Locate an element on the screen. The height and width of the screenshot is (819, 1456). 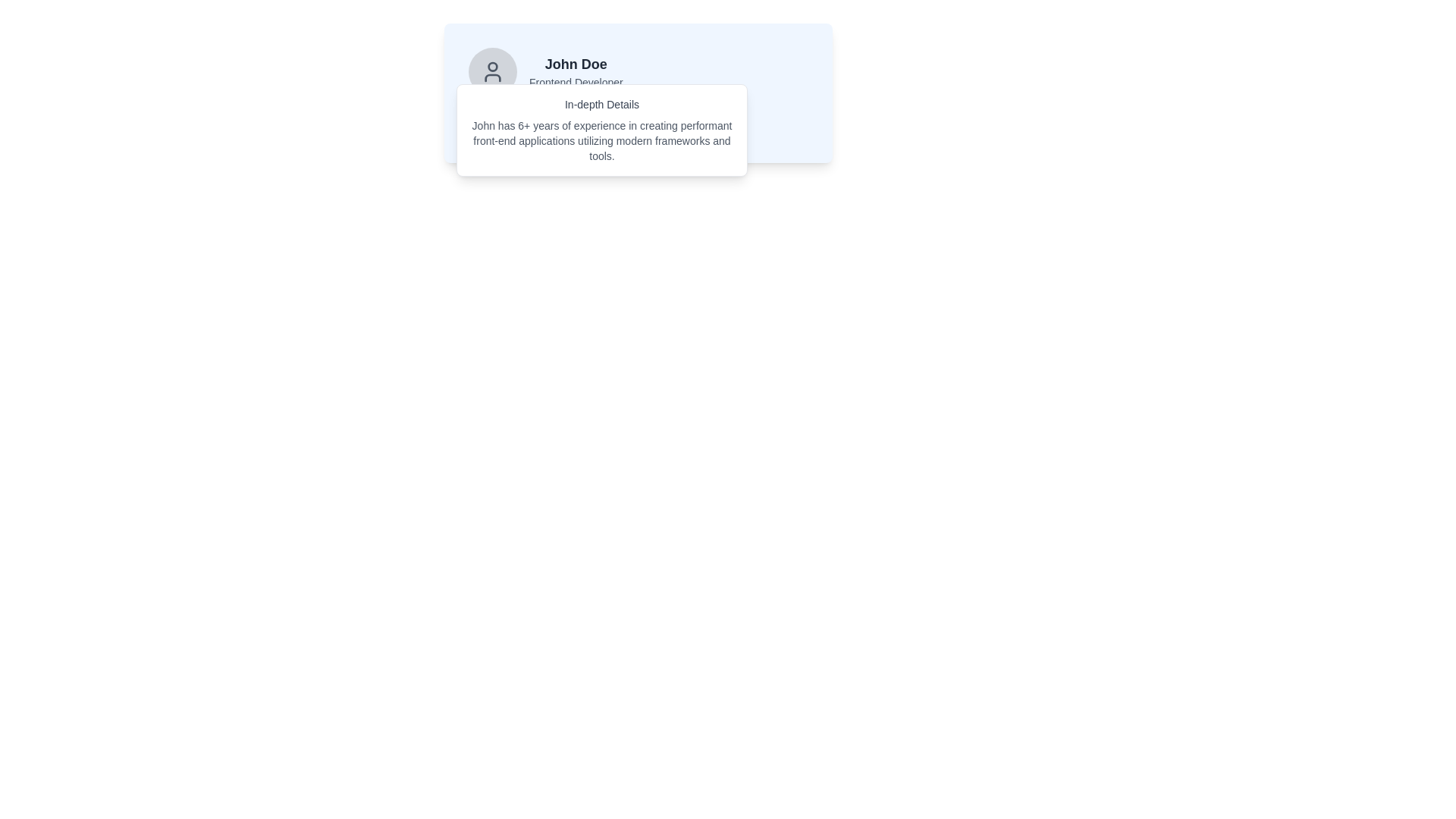
the text label displaying the name 'John Doe' in a large, bold font within the profile card is located at coordinates (575, 63).